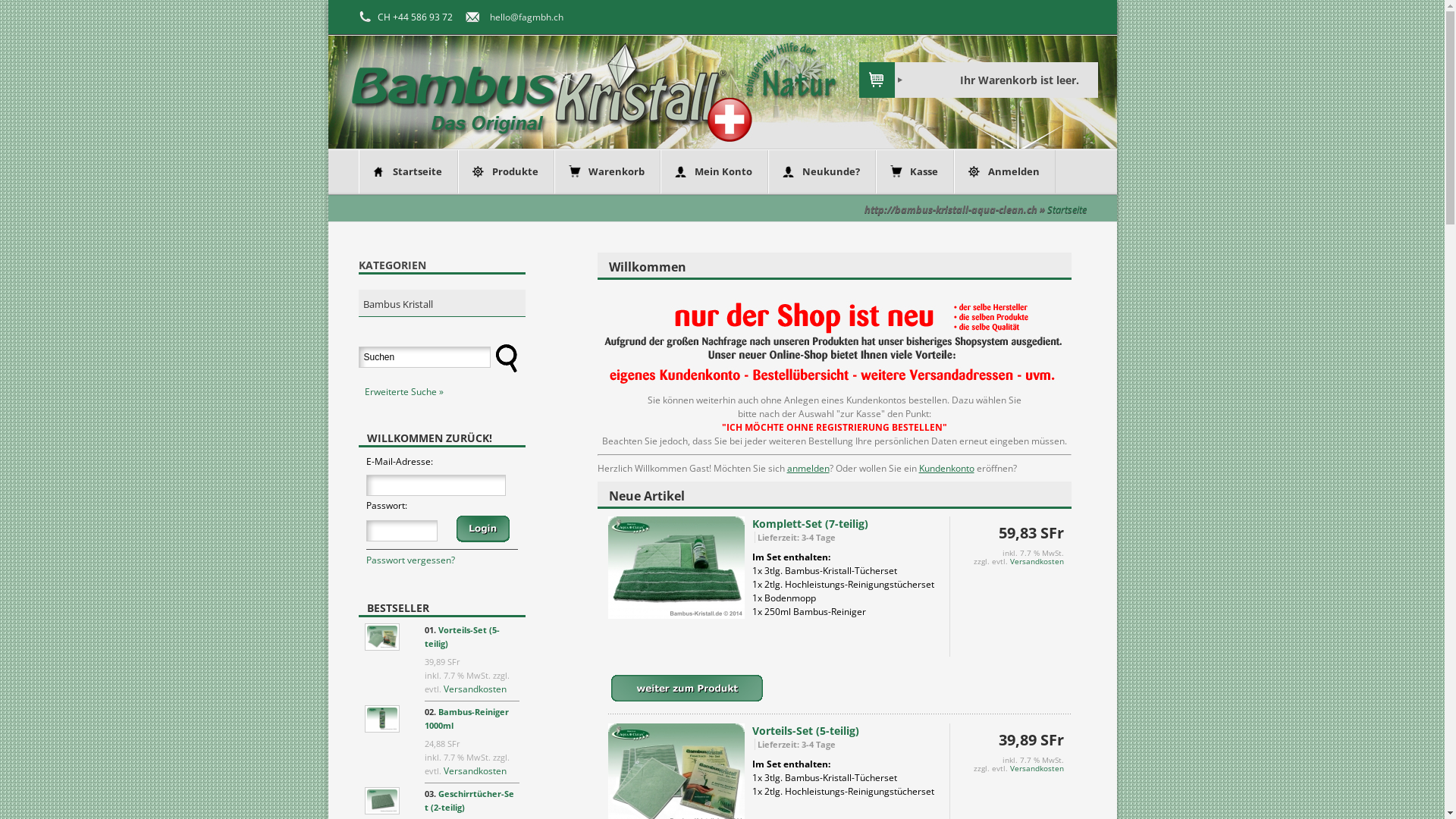  I want to click on 'Bambus-Reiniger 1000ml', so click(425, 717).